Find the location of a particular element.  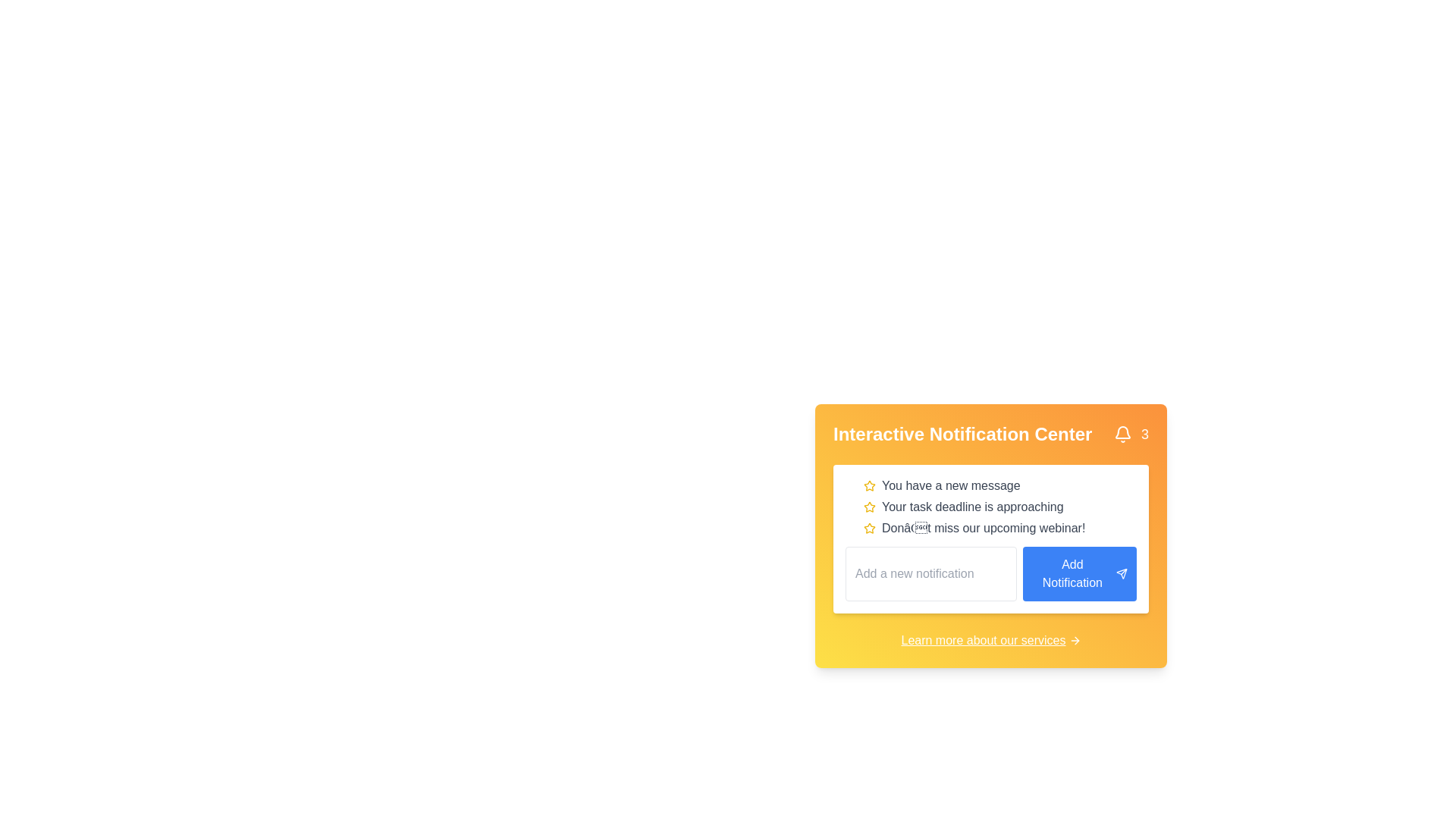

bold, white-colored text 'Interactive Notification Center' displayed in the header section of the notification panel is located at coordinates (962, 435).